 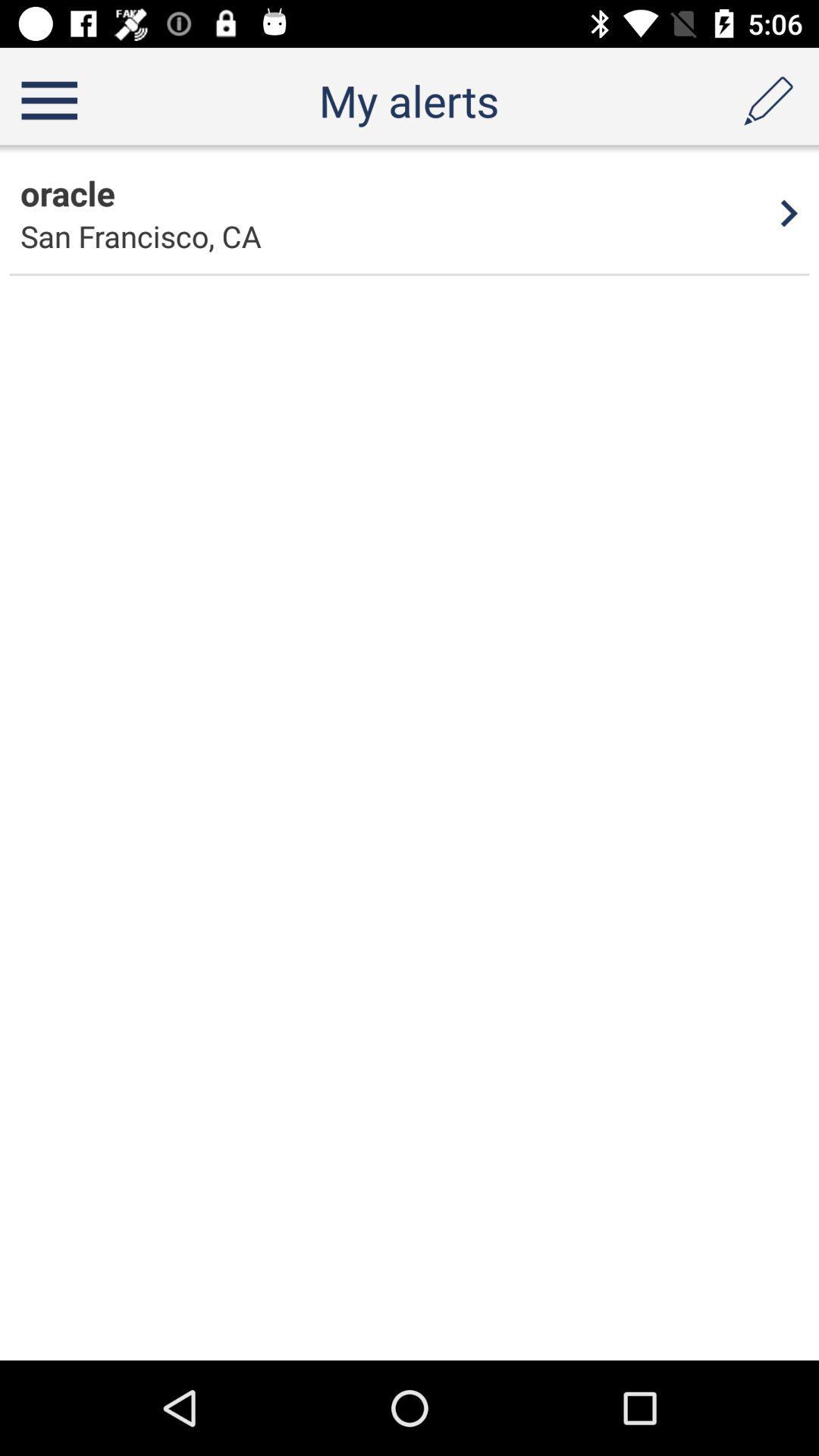 I want to click on the san francisco, ca, so click(x=140, y=235).